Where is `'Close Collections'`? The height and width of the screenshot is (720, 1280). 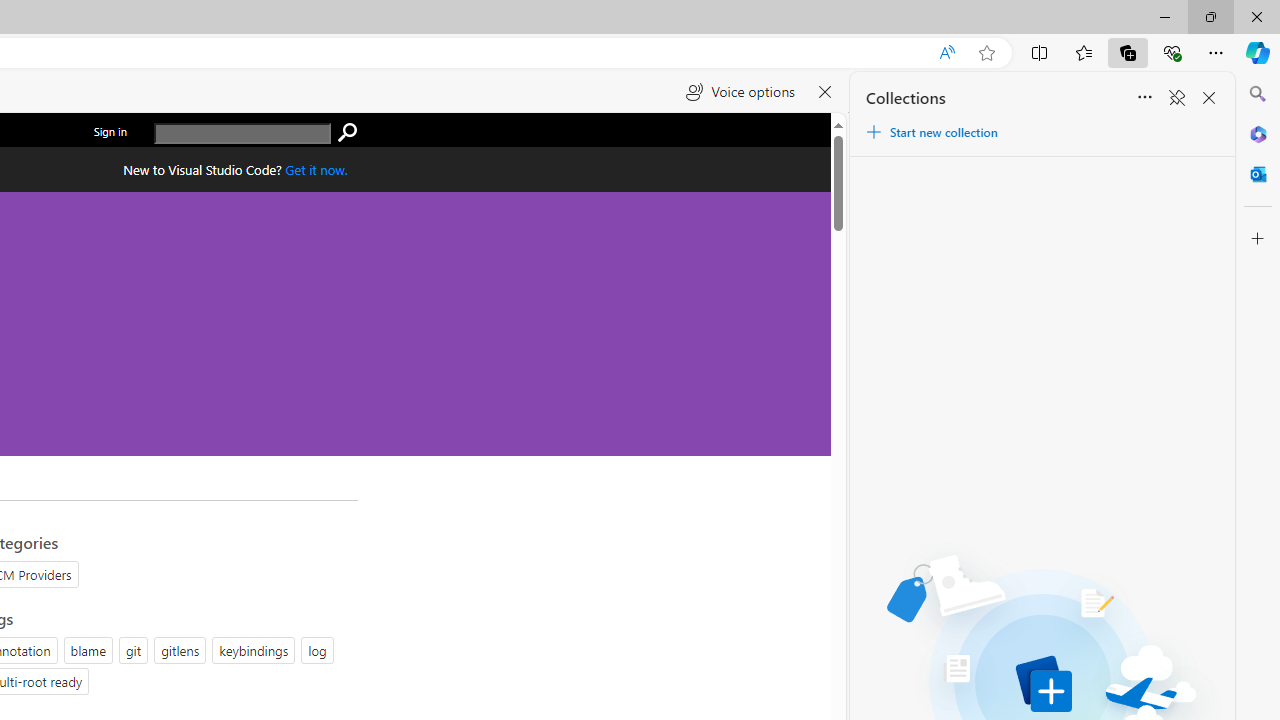 'Close Collections' is located at coordinates (1207, 98).